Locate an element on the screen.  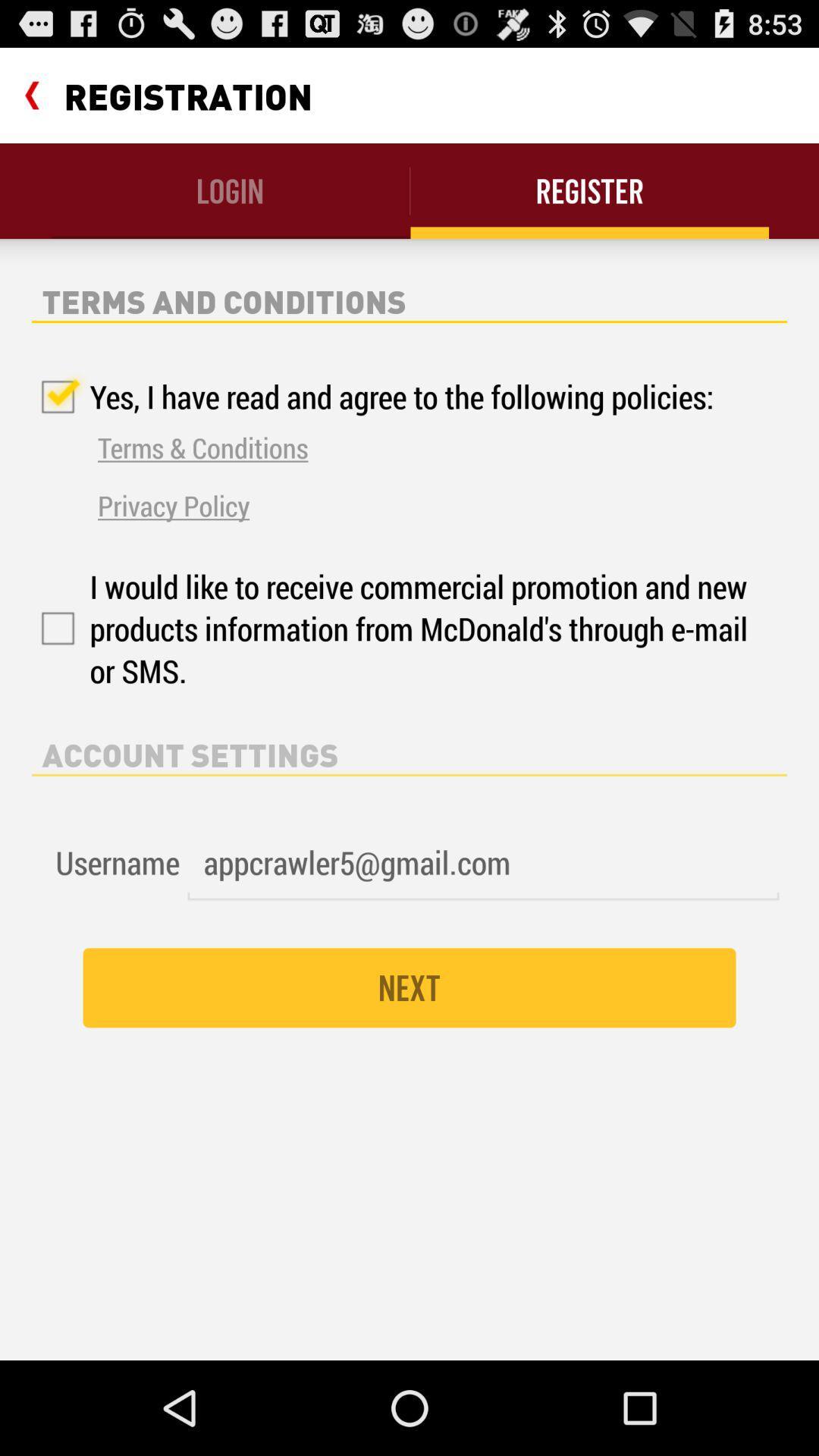
the icon above the i would like icon is located at coordinates (173, 505).